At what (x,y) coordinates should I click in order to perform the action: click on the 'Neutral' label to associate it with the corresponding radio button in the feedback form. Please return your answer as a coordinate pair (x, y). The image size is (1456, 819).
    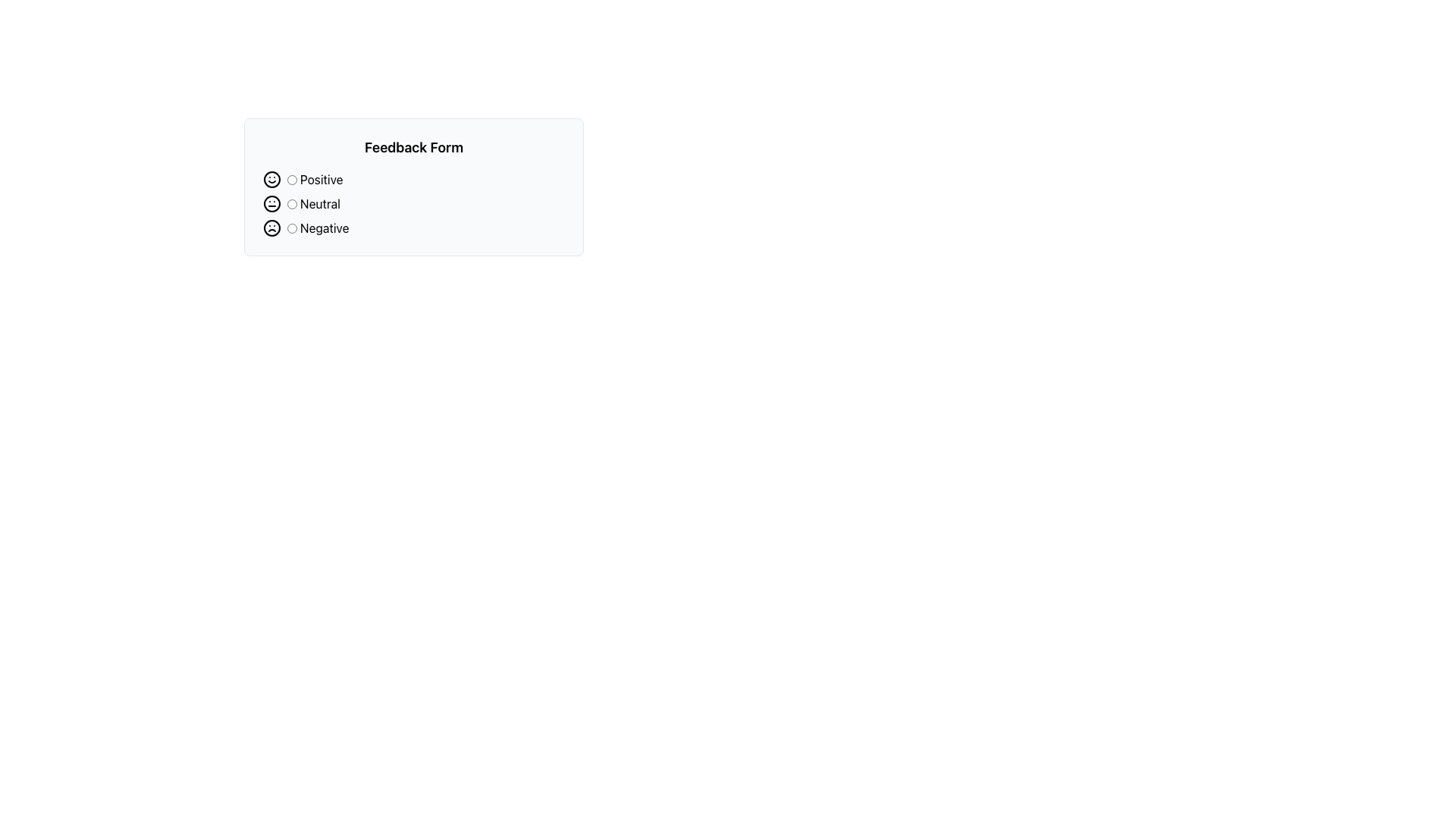
    Looking at the image, I should click on (319, 203).